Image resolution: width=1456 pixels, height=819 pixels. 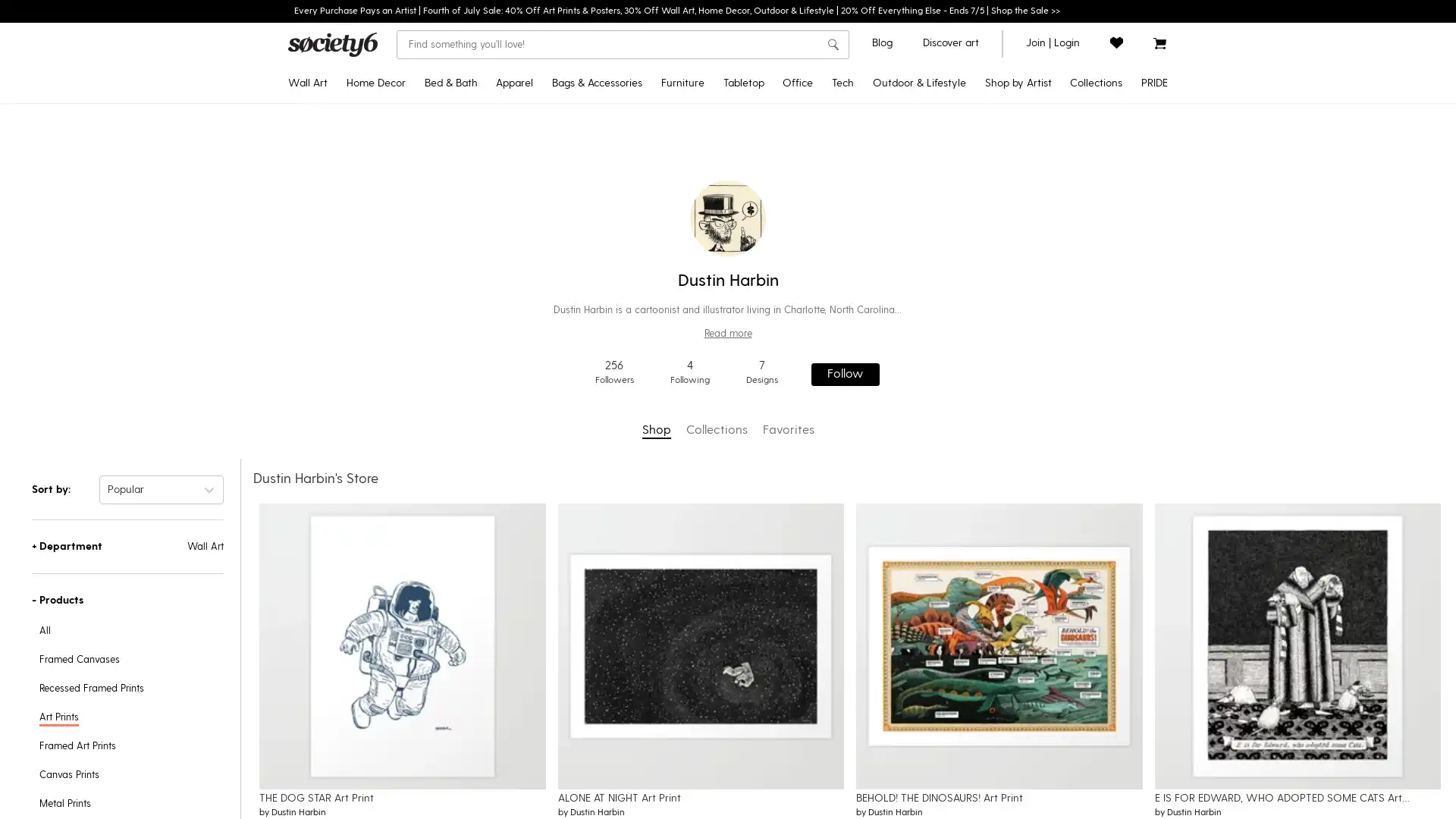 I want to click on Wine Chillers, so click(x=771, y=292).